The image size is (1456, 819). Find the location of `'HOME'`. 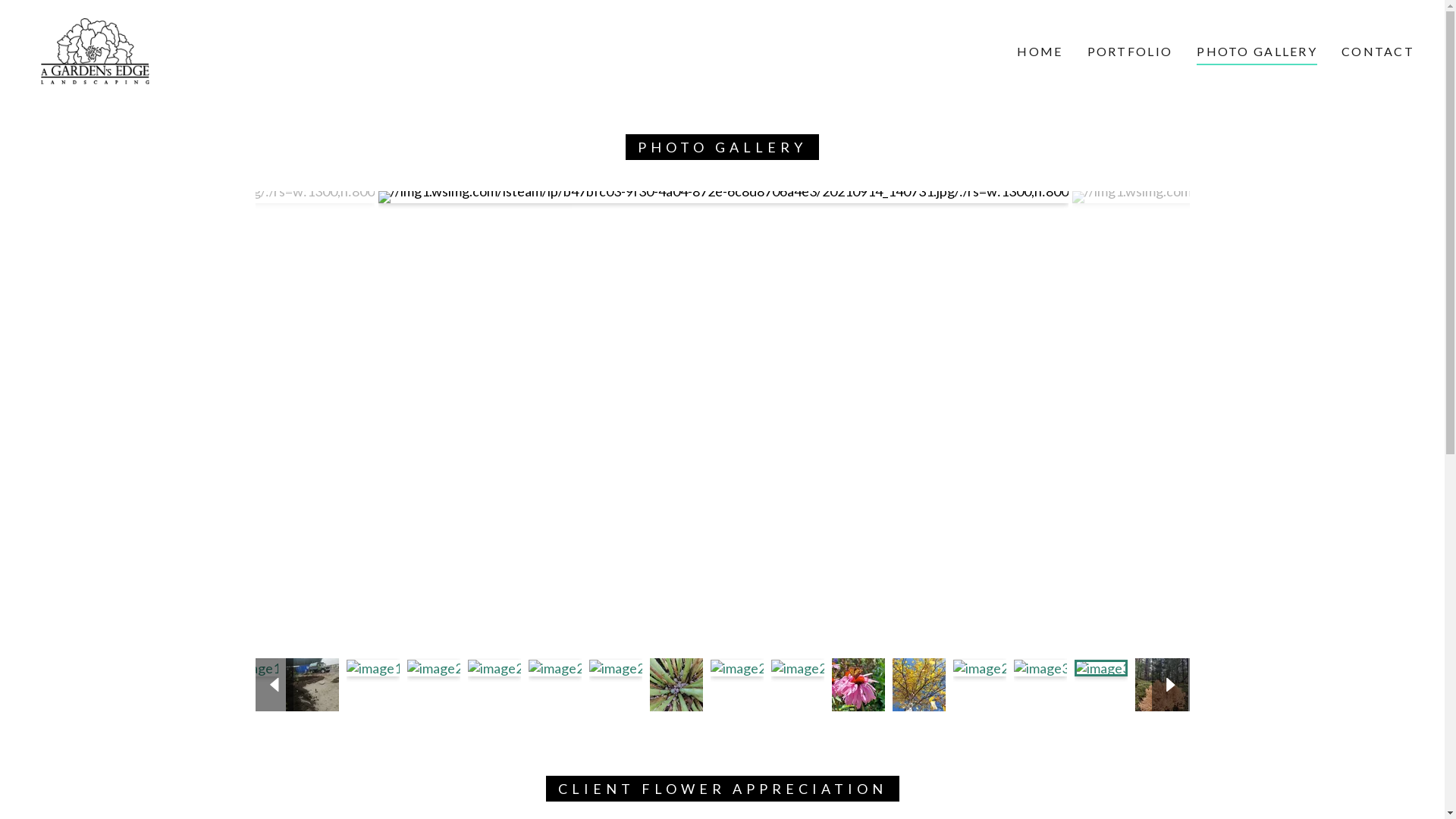

'HOME' is located at coordinates (1039, 51).